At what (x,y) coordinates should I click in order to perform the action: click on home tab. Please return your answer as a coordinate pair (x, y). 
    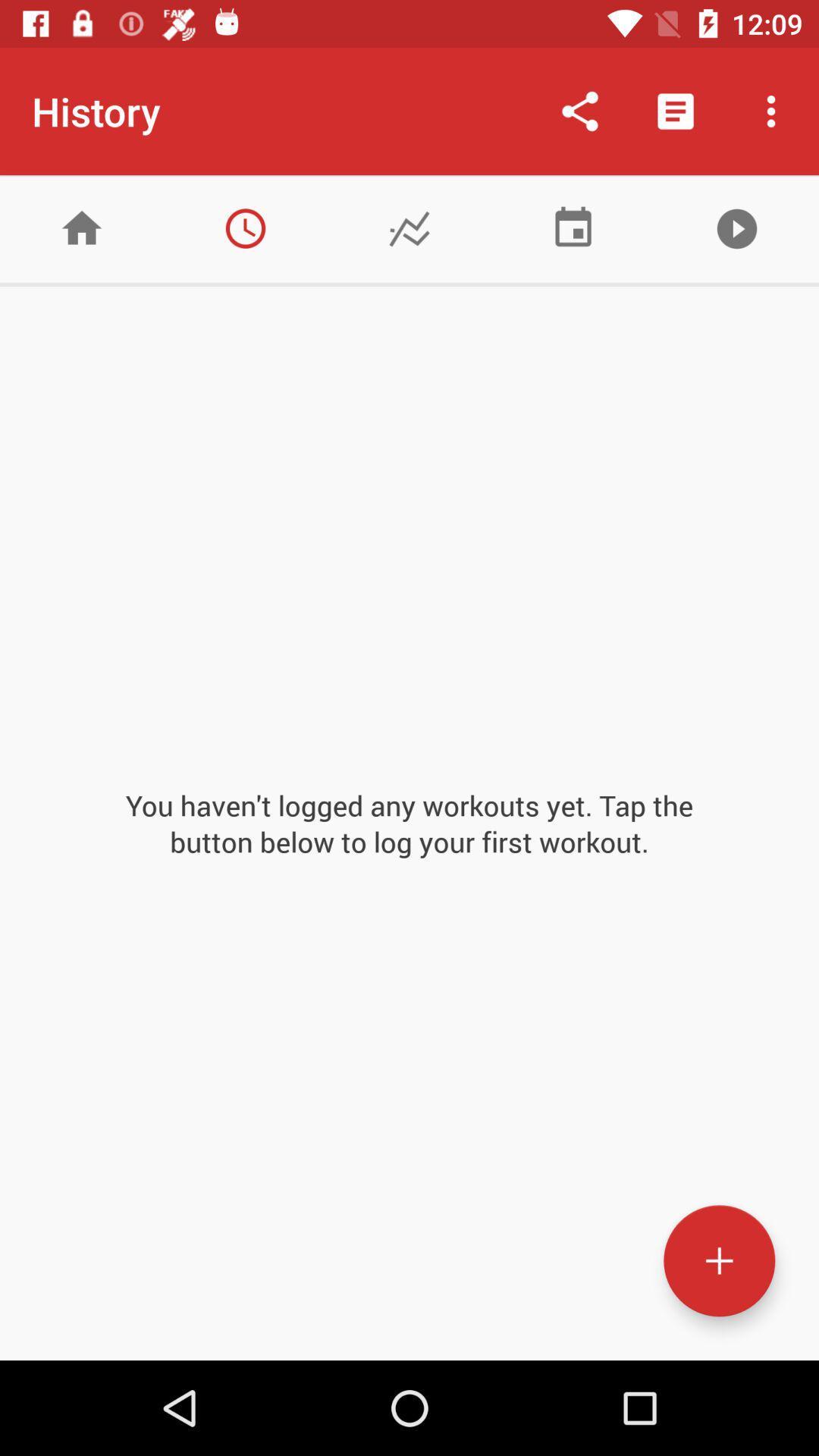
    Looking at the image, I should click on (82, 227).